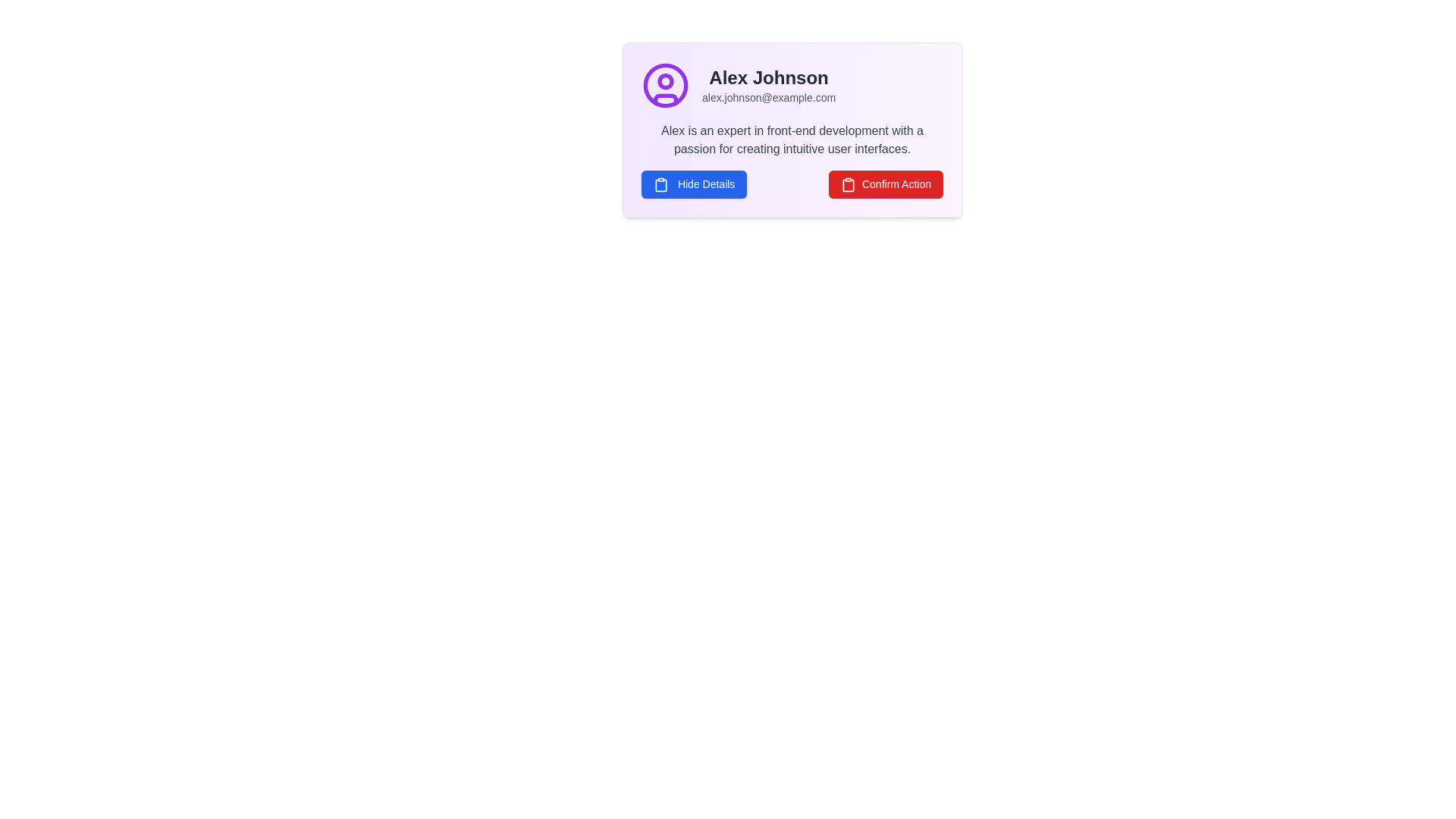 Image resolution: width=1456 pixels, height=819 pixels. I want to click on the circular user profile icon with a purple outline and user silhouette located to the left of the name 'Alex Johnson' and email 'alex.johnson@example.com', so click(666, 85).